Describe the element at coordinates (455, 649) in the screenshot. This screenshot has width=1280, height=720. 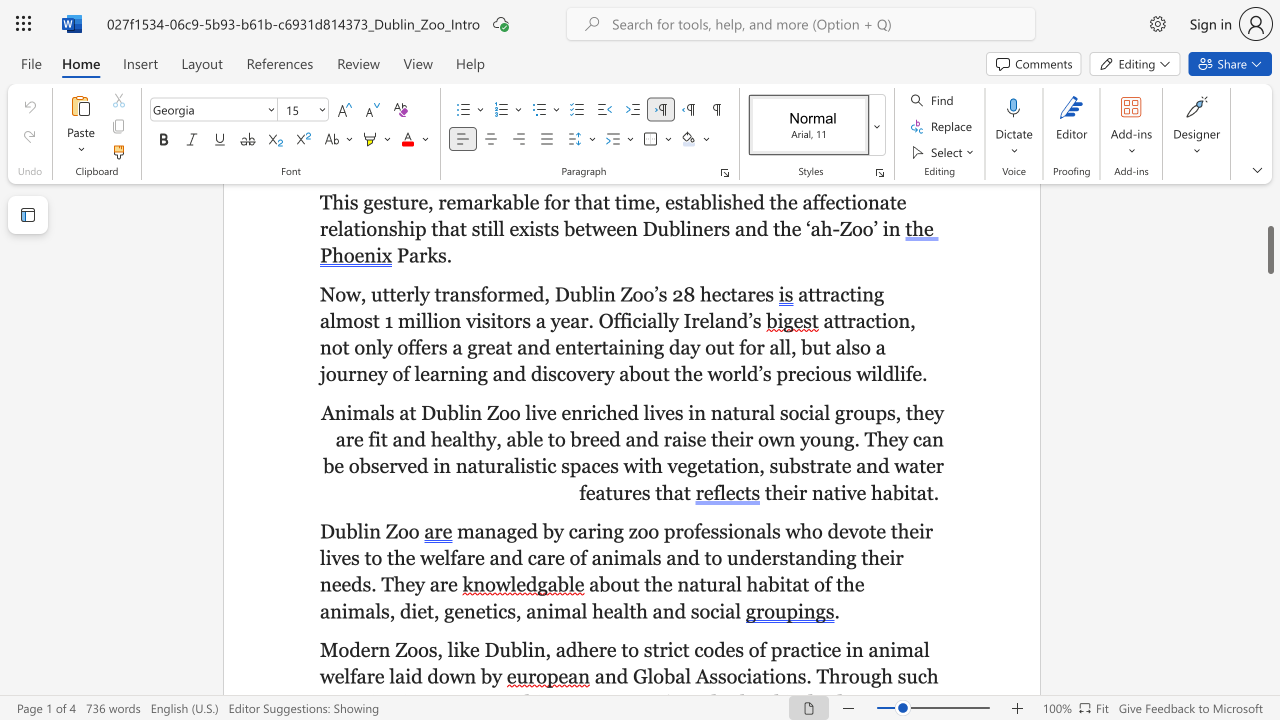
I see `the 1th character "i" in the text` at that location.